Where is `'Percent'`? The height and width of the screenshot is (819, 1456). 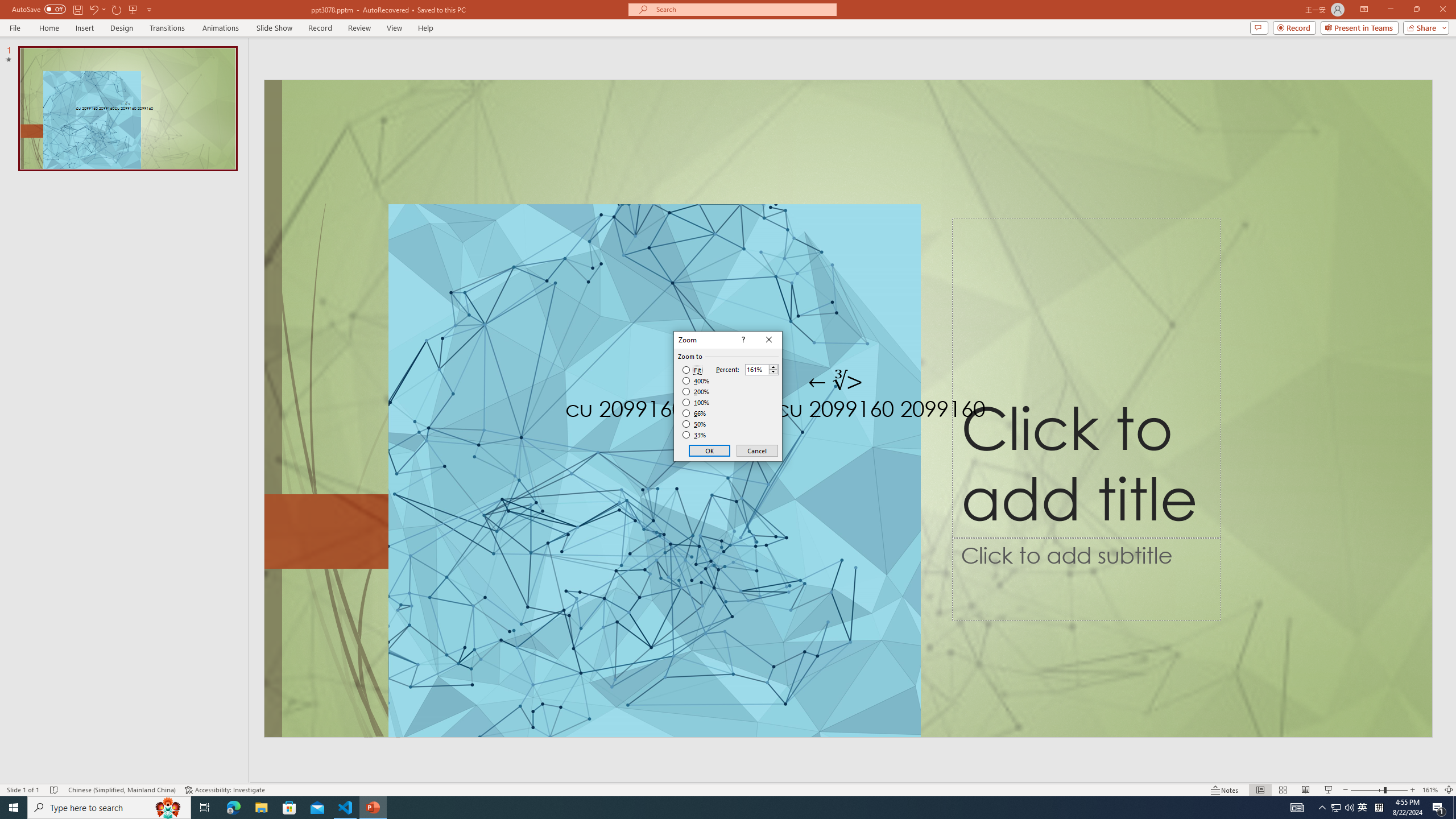 'Percent' is located at coordinates (762, 369).